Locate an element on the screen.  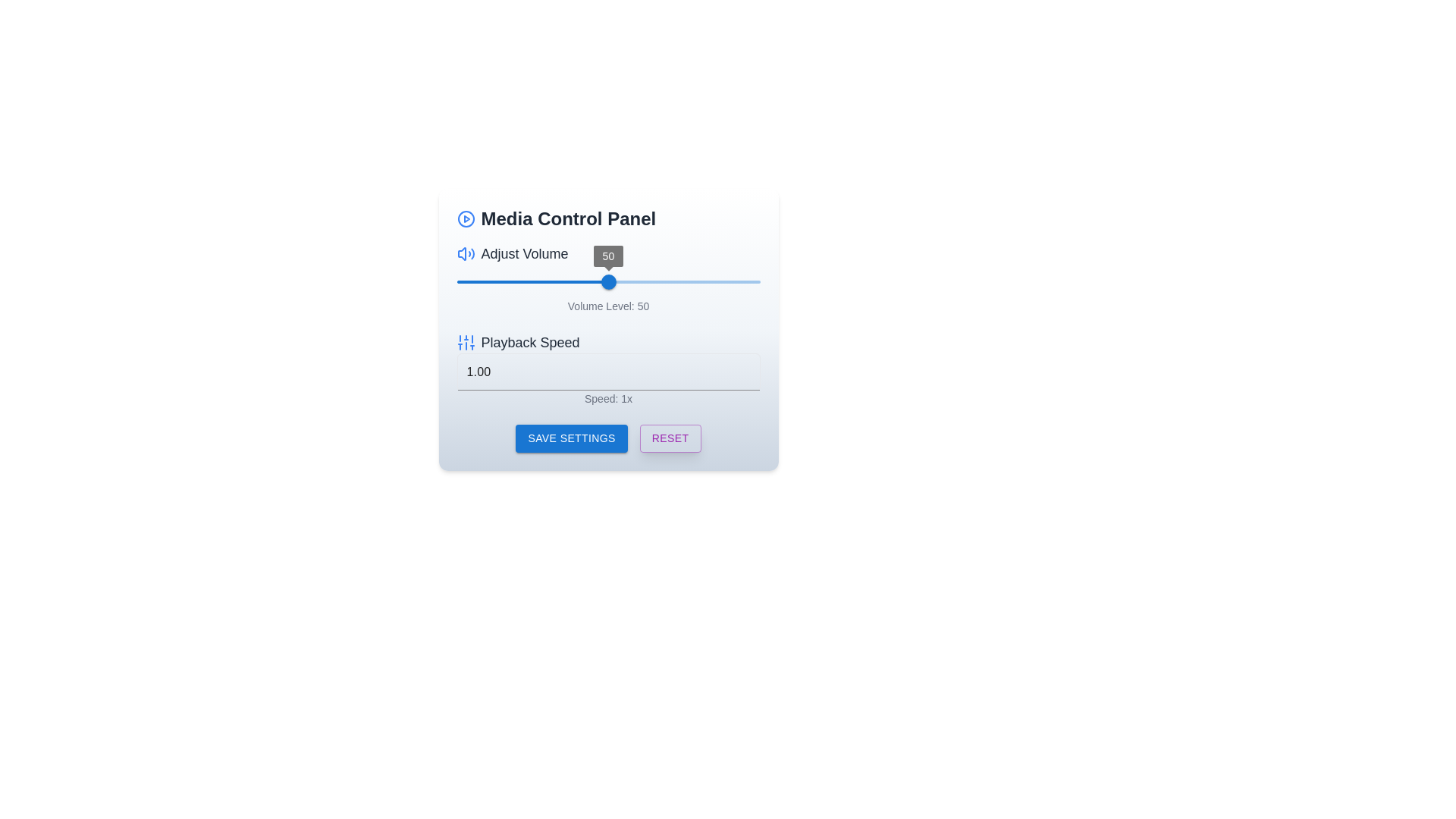
volume is located at coordinates (748, 281).